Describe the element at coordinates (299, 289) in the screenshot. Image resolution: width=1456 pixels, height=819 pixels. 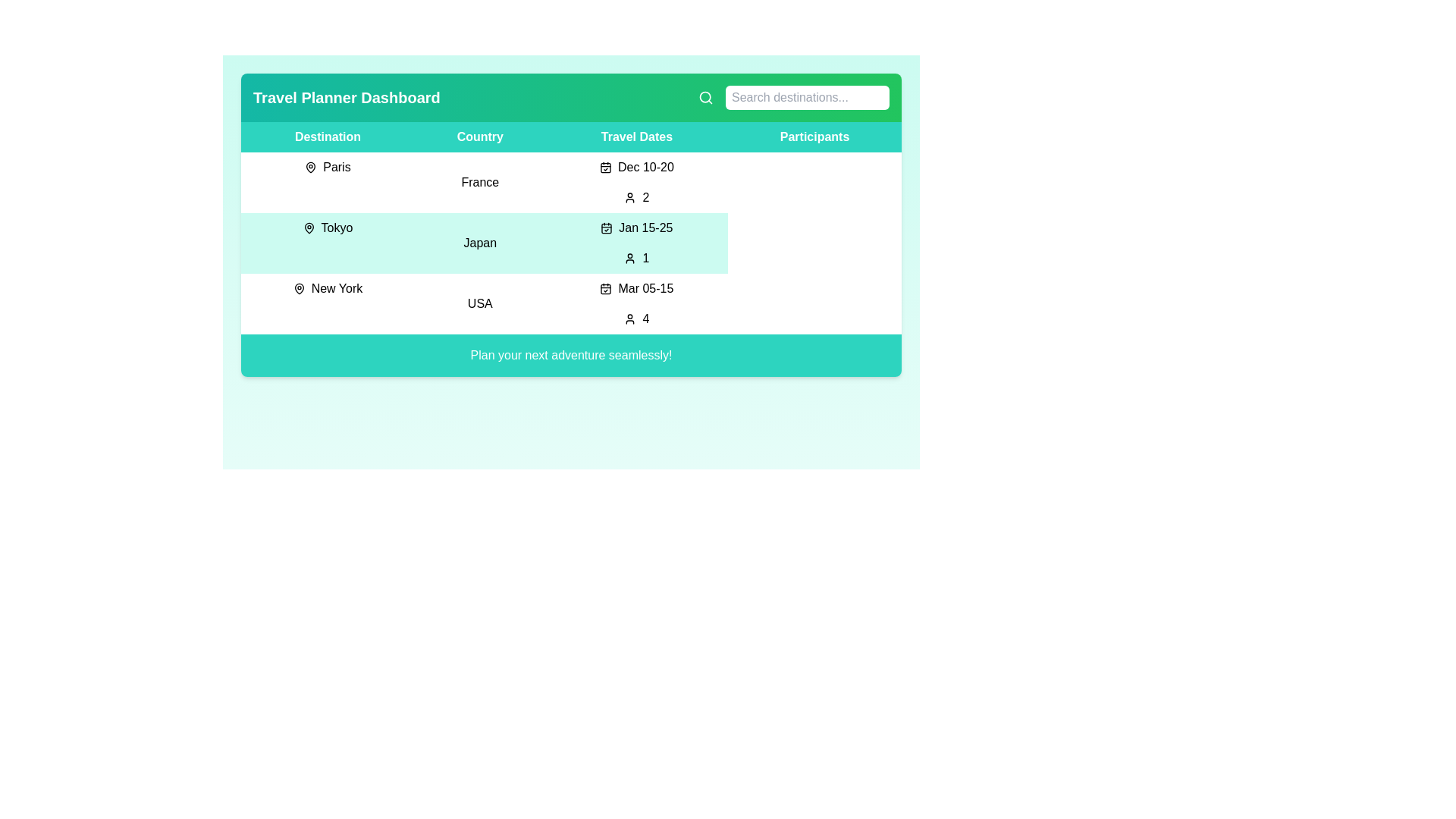
I see `the map pin icon located to the left of the 'New York' label in the 'Destination' column` at that location.